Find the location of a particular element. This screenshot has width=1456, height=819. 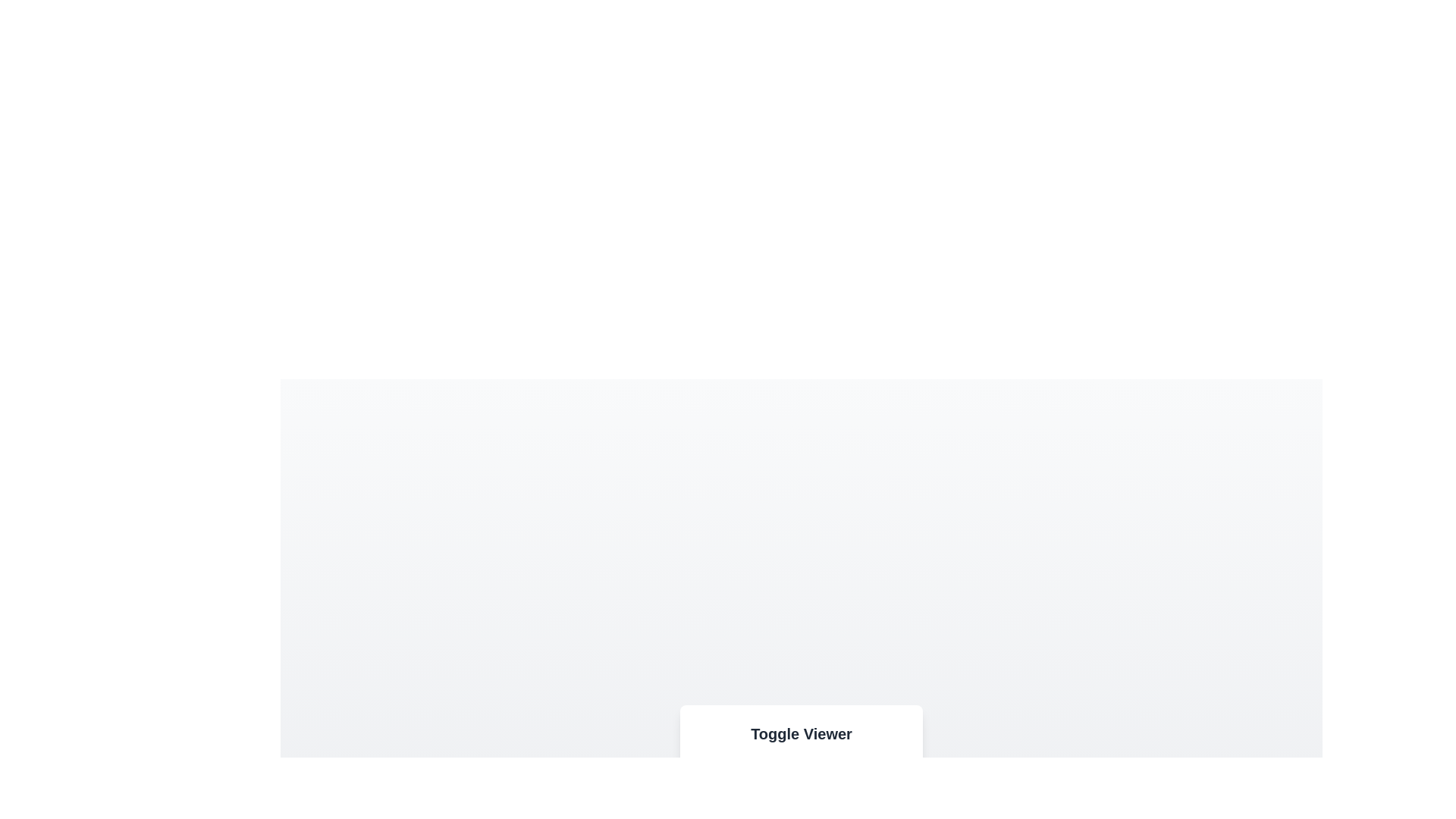

the button labeled Image to observe its hover effect is located at coordinates (726, 789).